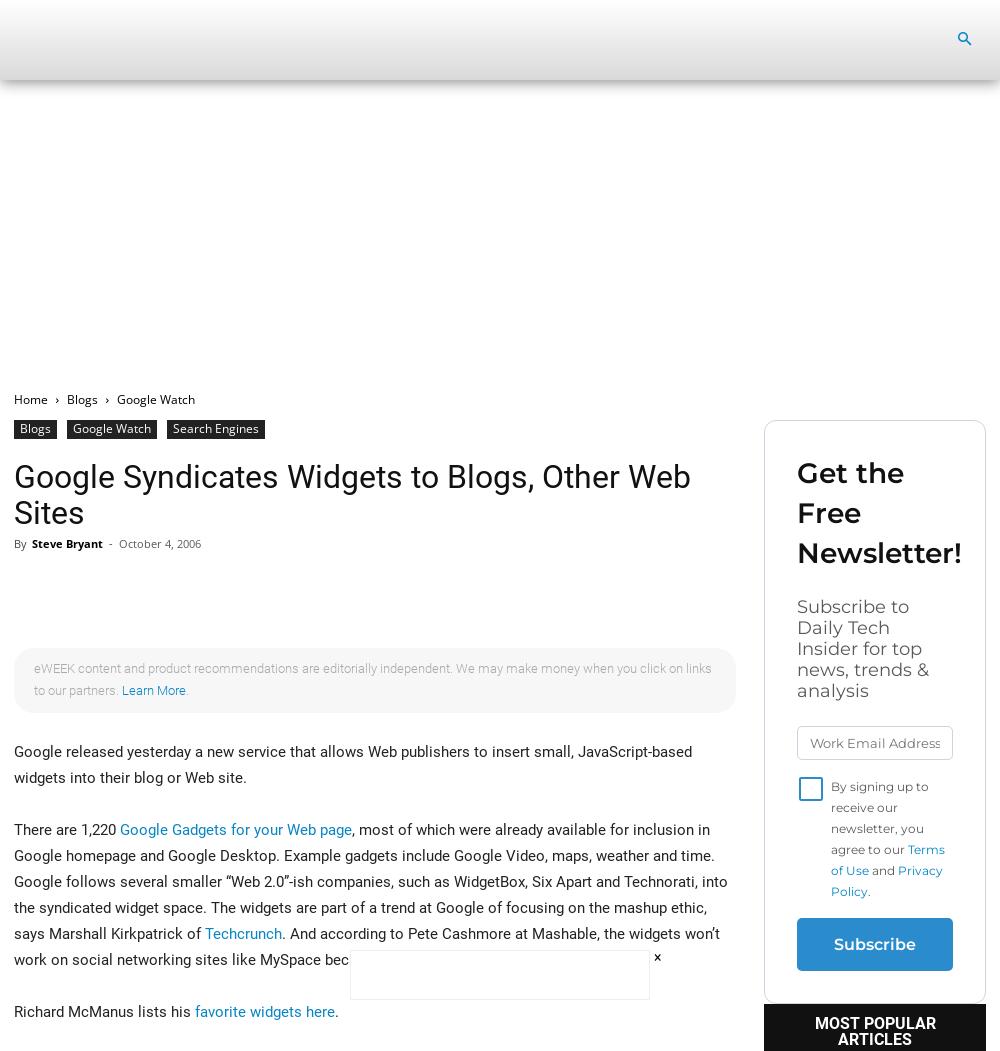 This screenshot has width=1000, height=1051. What do you see at coordinates (103, 1011) in the screenshot?
I see `'Richard McManus lists his'` at bounding box center [103, 1011].